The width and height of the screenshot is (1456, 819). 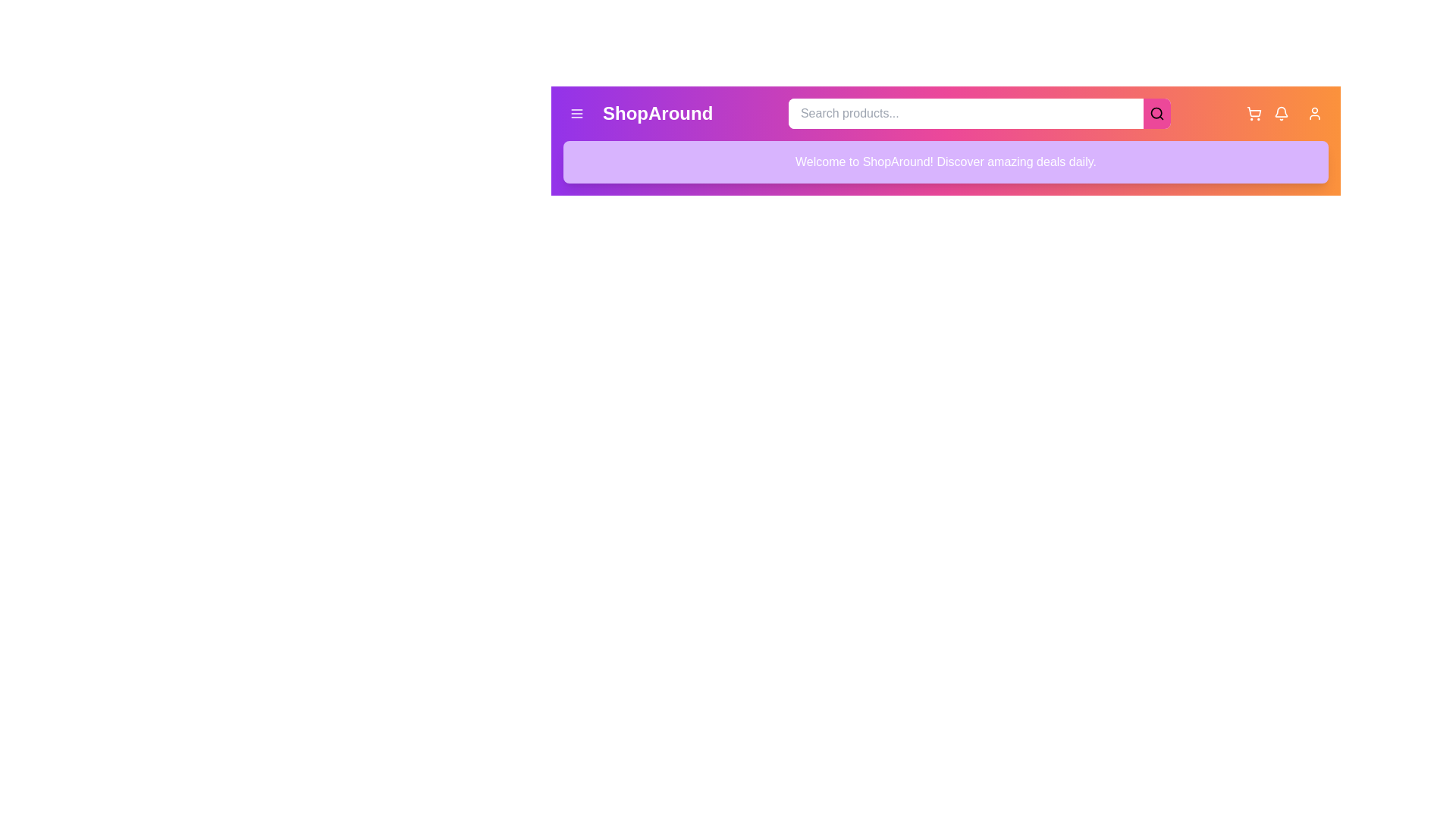 What do you see at coordinates (576, 113) in the screenshot?
I see `the menu button located on the left side of the EnhancedAppBar` at bounding box center [576, 113].